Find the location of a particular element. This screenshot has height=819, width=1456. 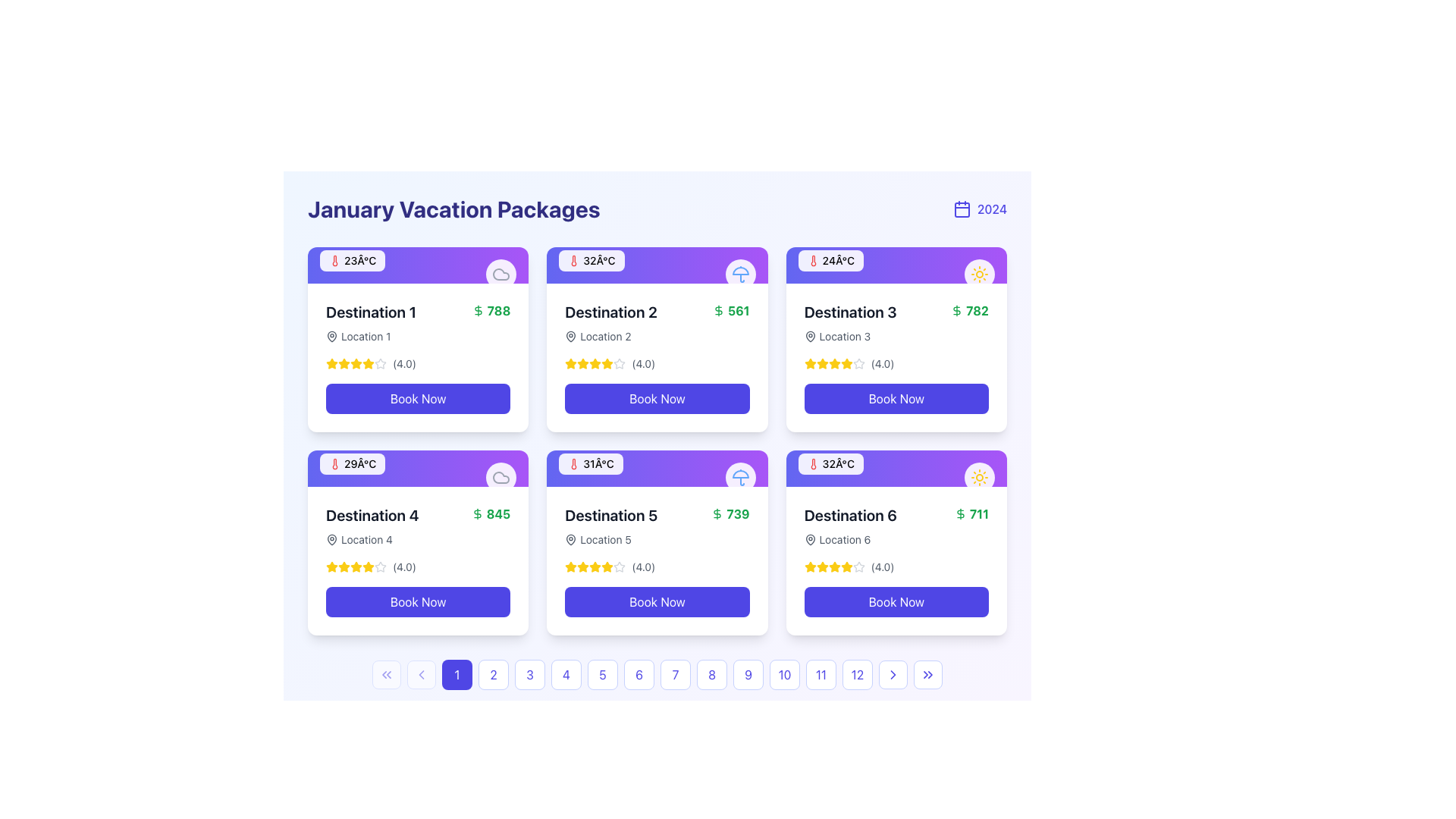

the fifth star-shaped icon with a yellow fill in the rating area under 'Destination 4' is located at coordinates (368, 567).